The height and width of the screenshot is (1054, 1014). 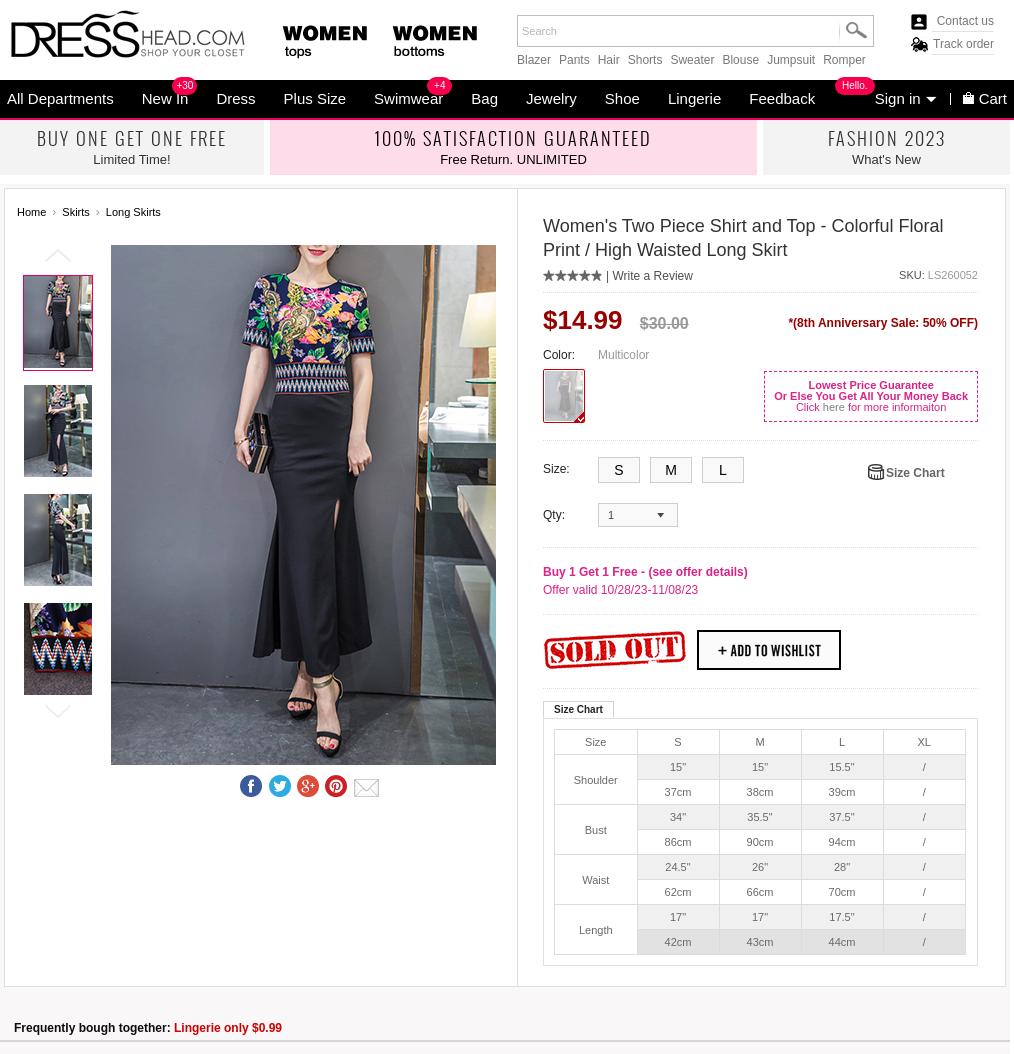 What do you see at coordinates (607, 58) in the screenshot?
I see `'Hair'` at bounding box center [607, 58].